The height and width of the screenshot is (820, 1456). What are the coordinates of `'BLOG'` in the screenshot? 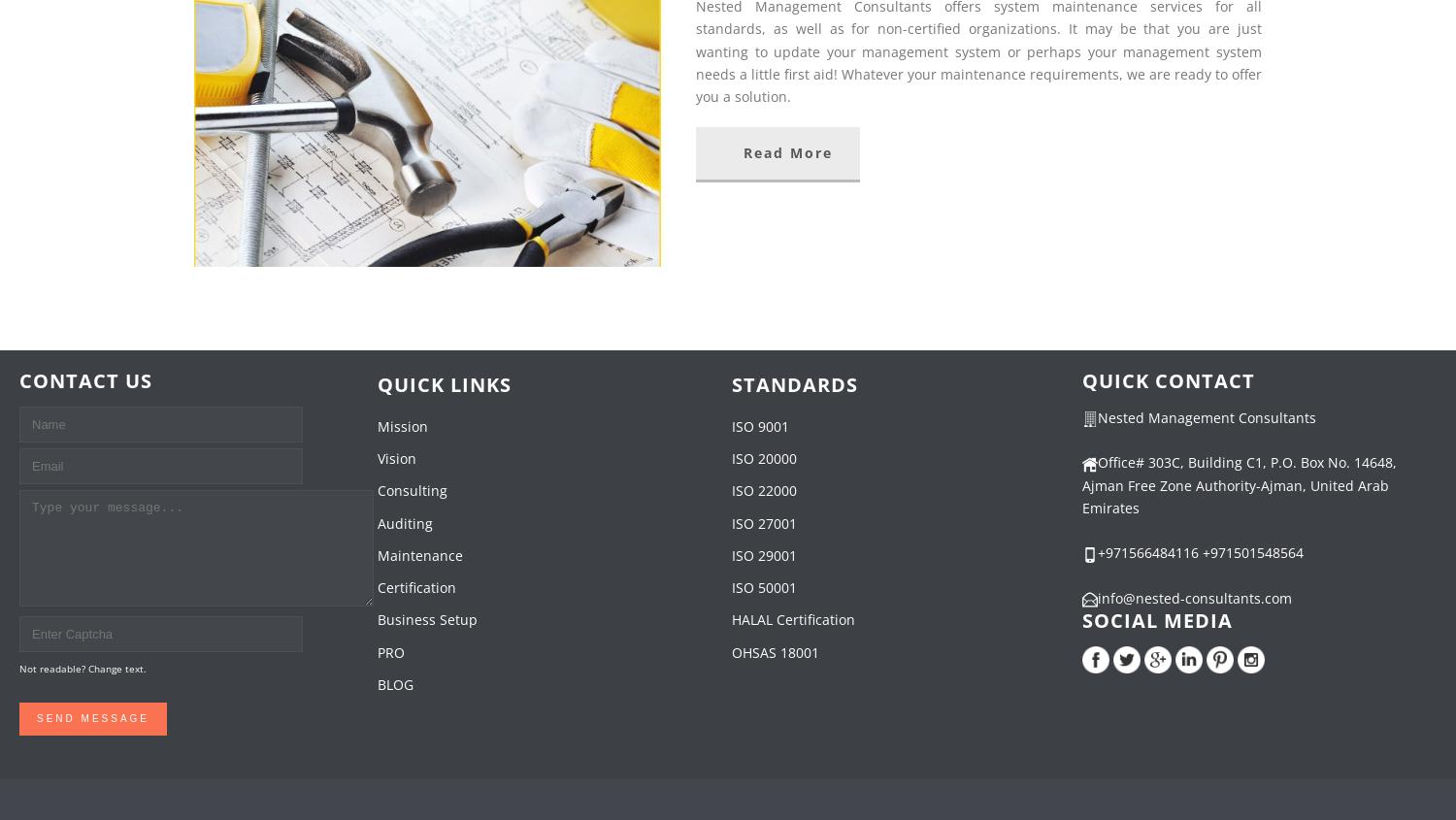 It's located at (377, 682).